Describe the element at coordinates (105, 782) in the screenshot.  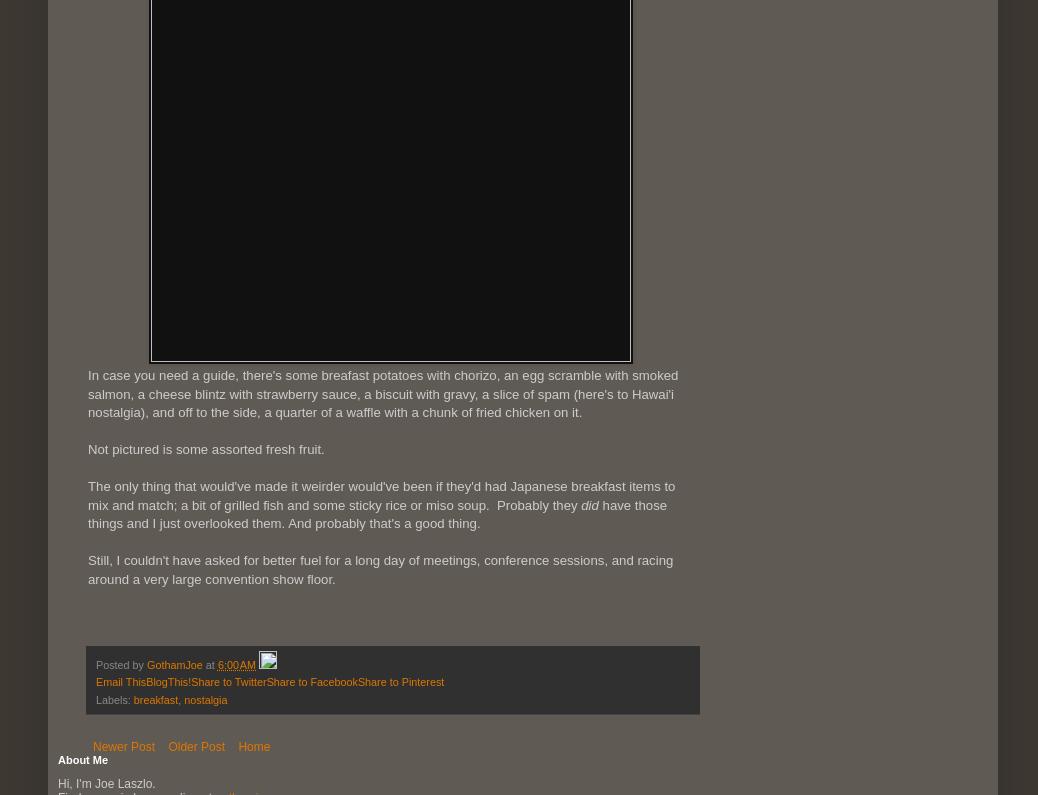
I see `'Hi, I'm Joe Laszlo.'` at that location.